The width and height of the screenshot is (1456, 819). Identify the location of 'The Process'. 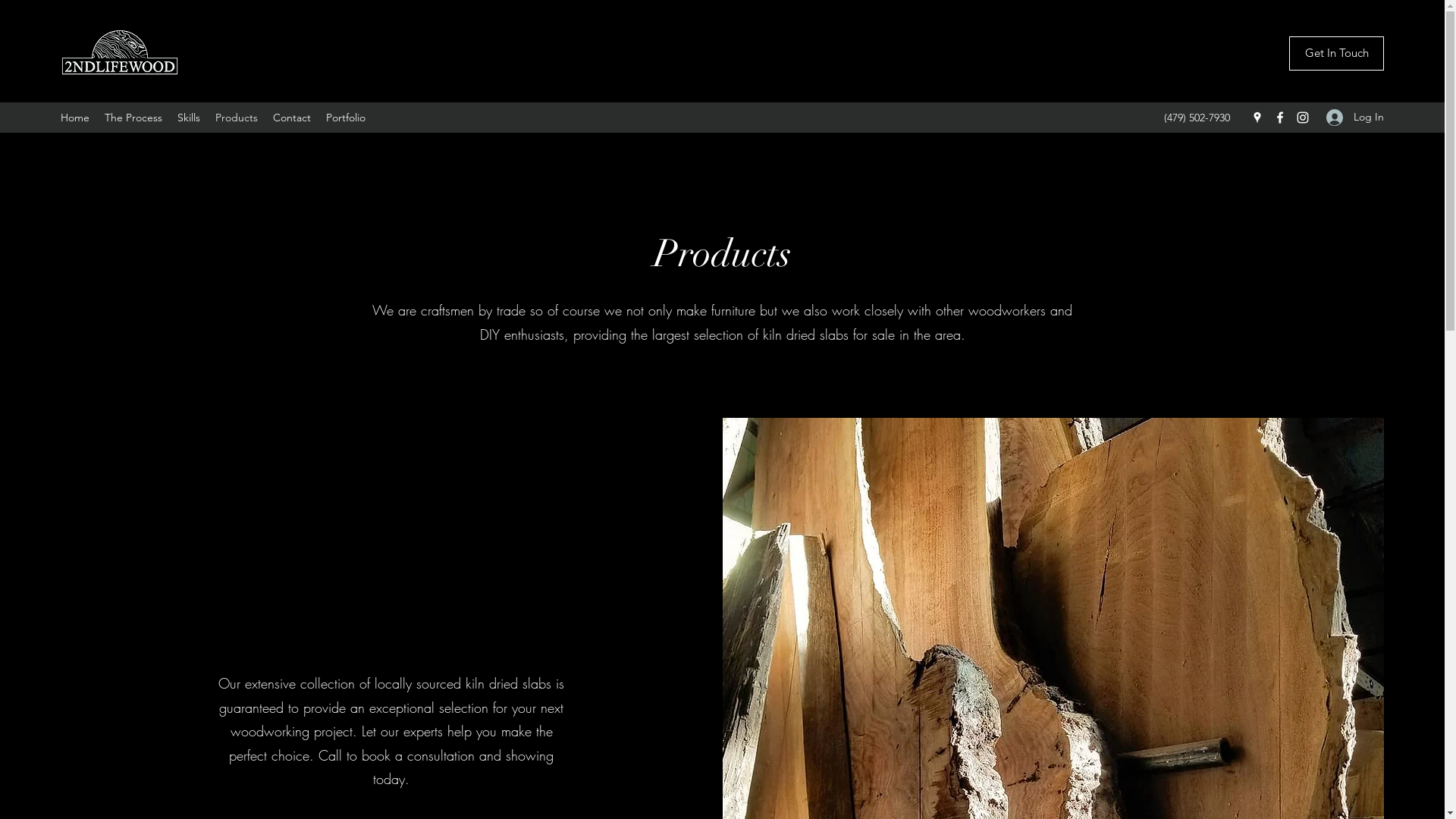
(133, 116).